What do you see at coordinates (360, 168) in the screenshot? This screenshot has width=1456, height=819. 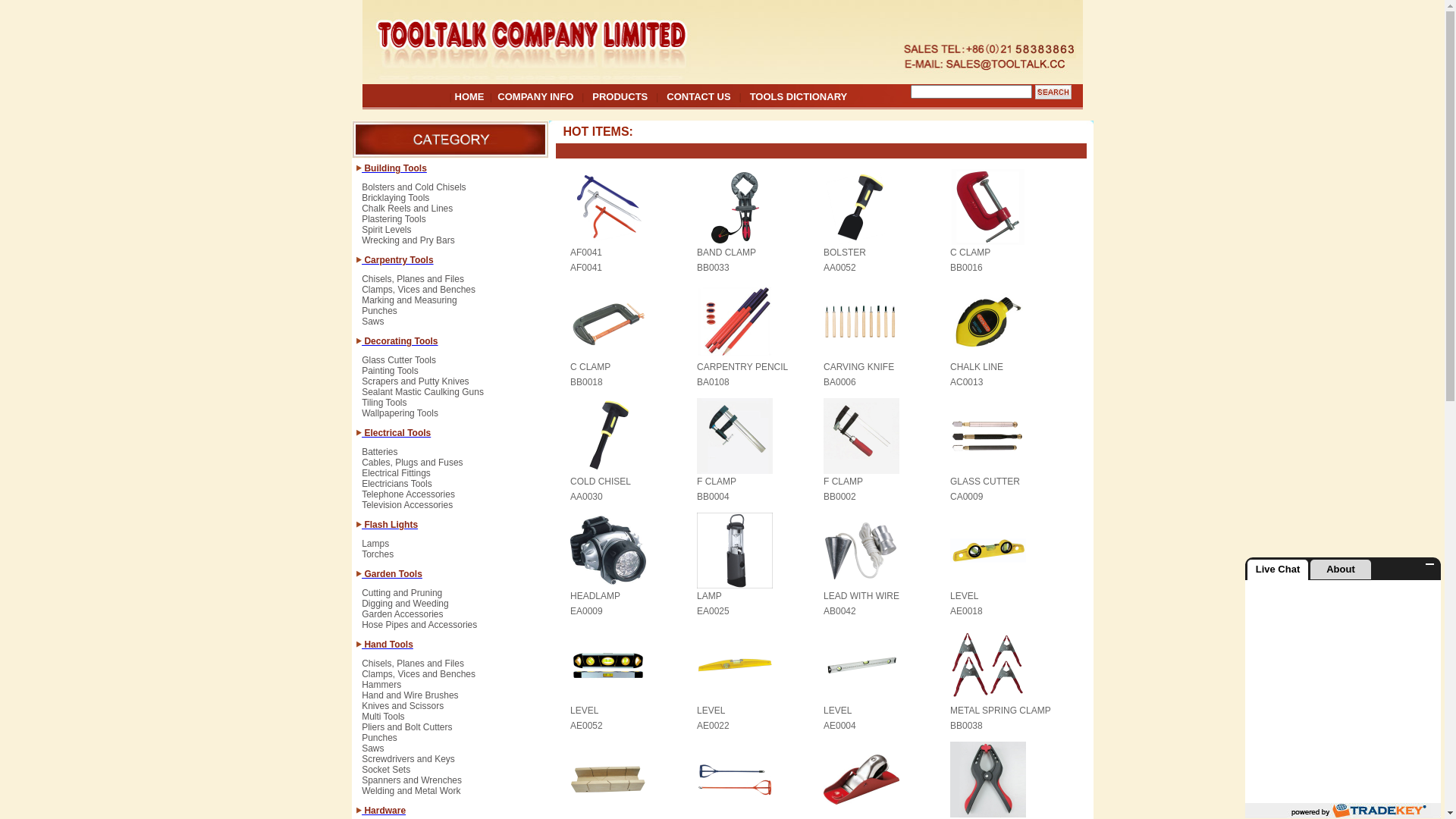 I see `'Building Tools'` at bounding box center [360, 168].